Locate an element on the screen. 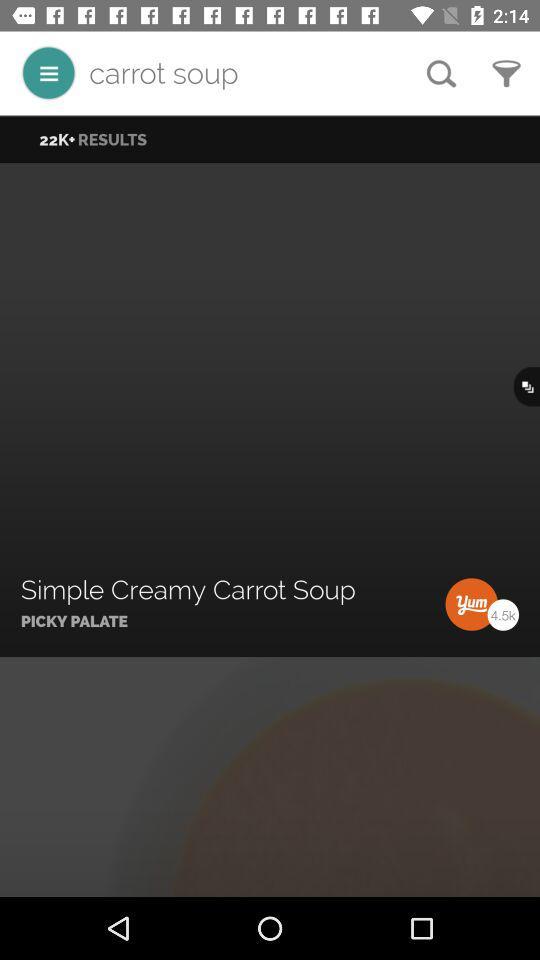  menu bar is located at coordinates (48, 73).